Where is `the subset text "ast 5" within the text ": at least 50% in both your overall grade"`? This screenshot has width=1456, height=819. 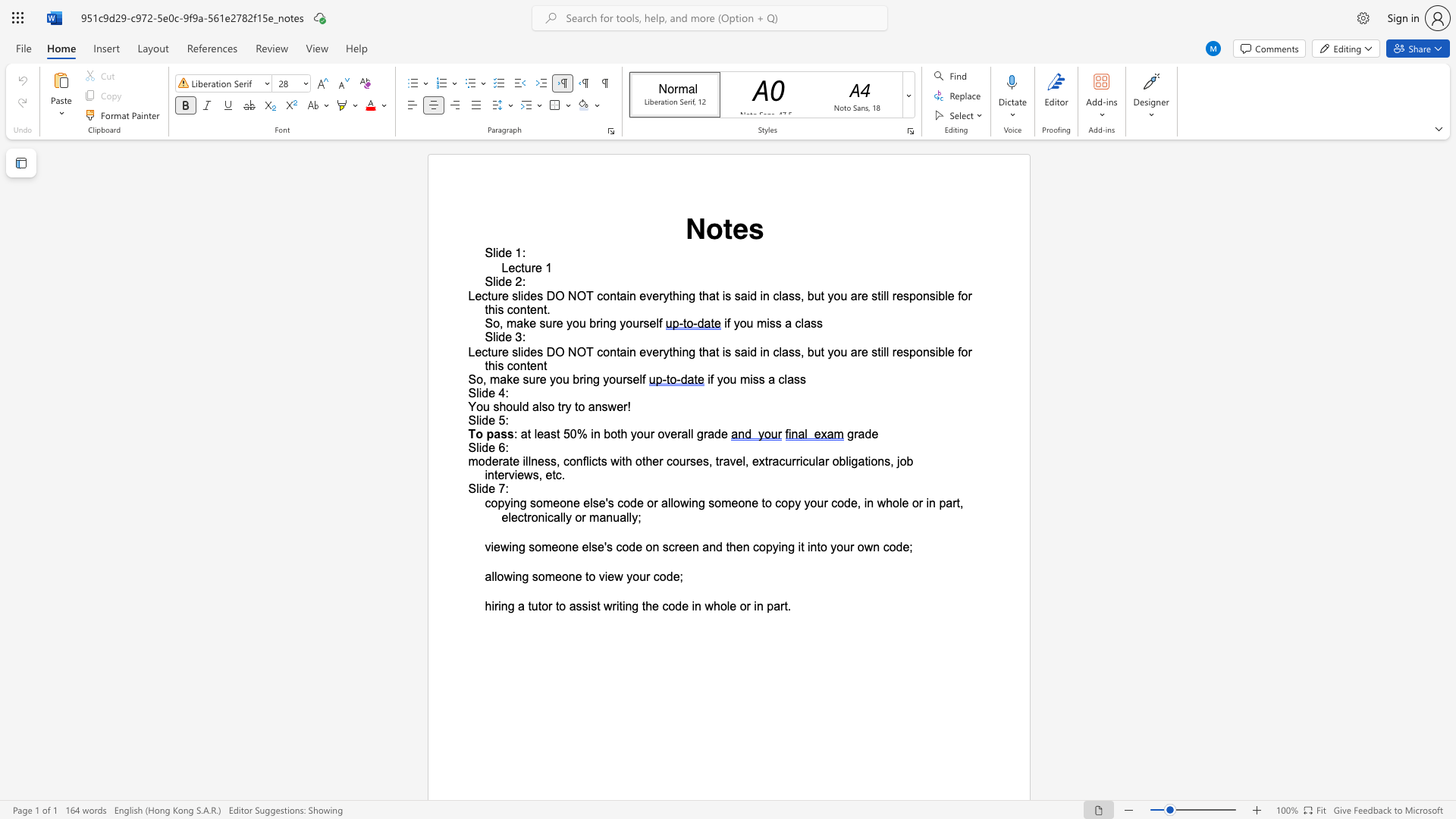 the subset text "ast 5" within the text ": at least 50% in both your overall grade" is located at coordinates (544, 434).